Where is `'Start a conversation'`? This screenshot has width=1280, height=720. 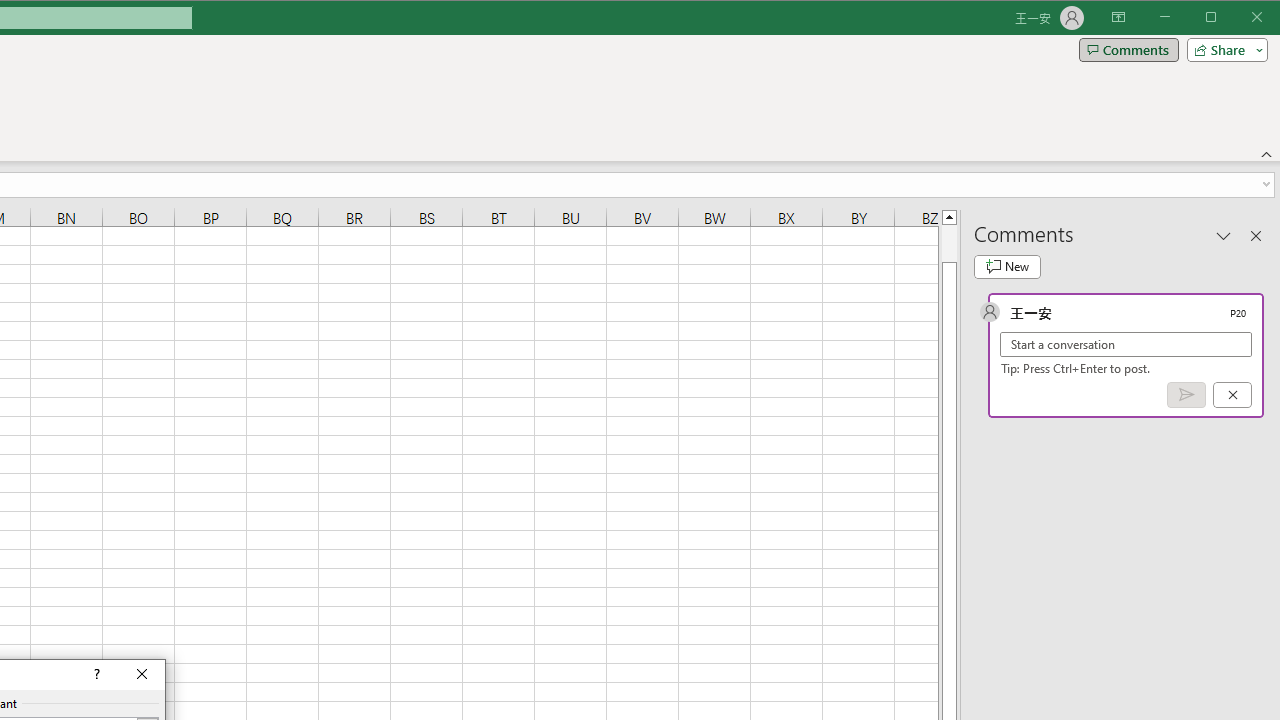
'Start a conversation' is located at coordinates (1126, 343).